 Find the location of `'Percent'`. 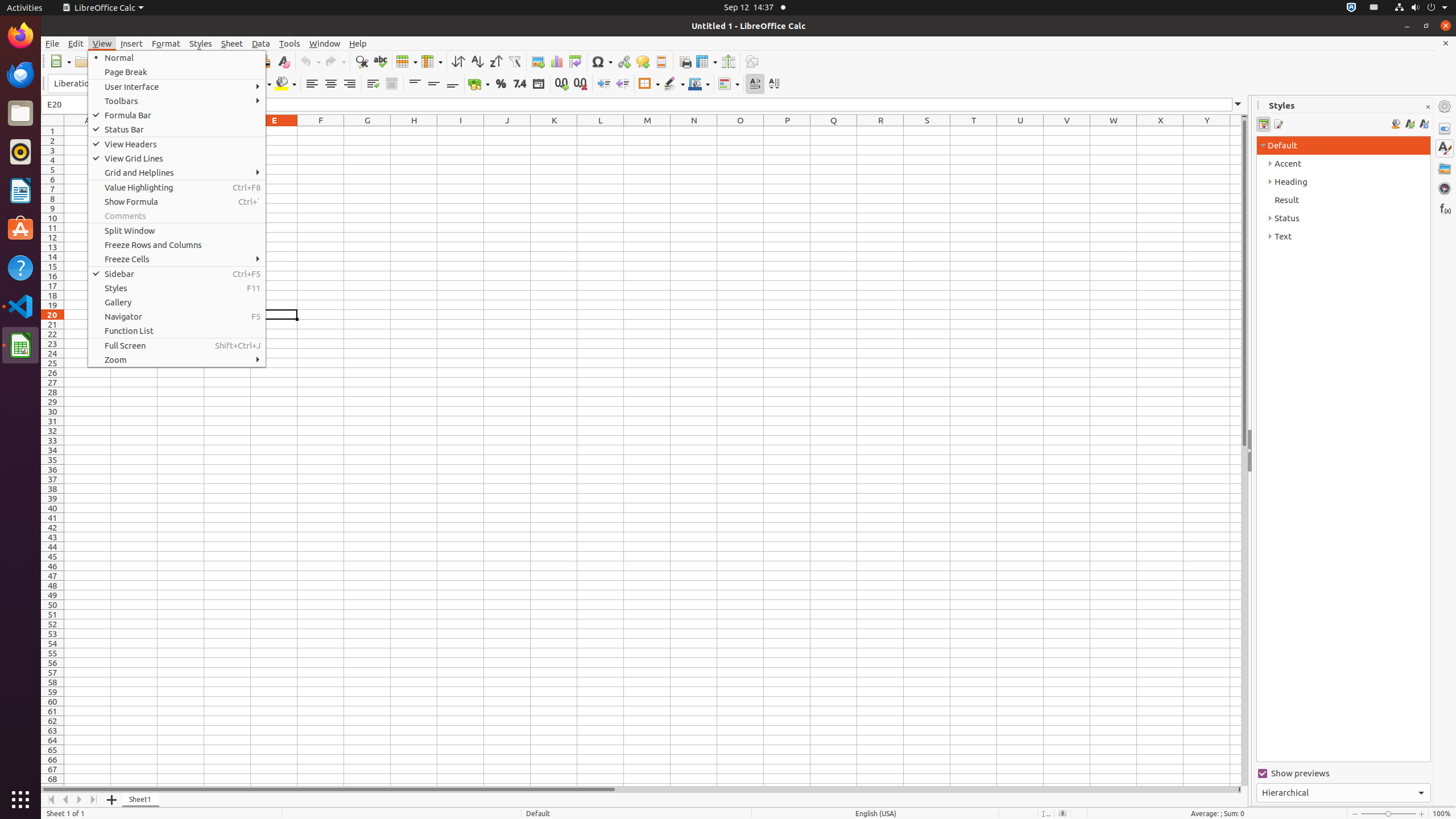

'Percent' is located at coordinates (500, 83).